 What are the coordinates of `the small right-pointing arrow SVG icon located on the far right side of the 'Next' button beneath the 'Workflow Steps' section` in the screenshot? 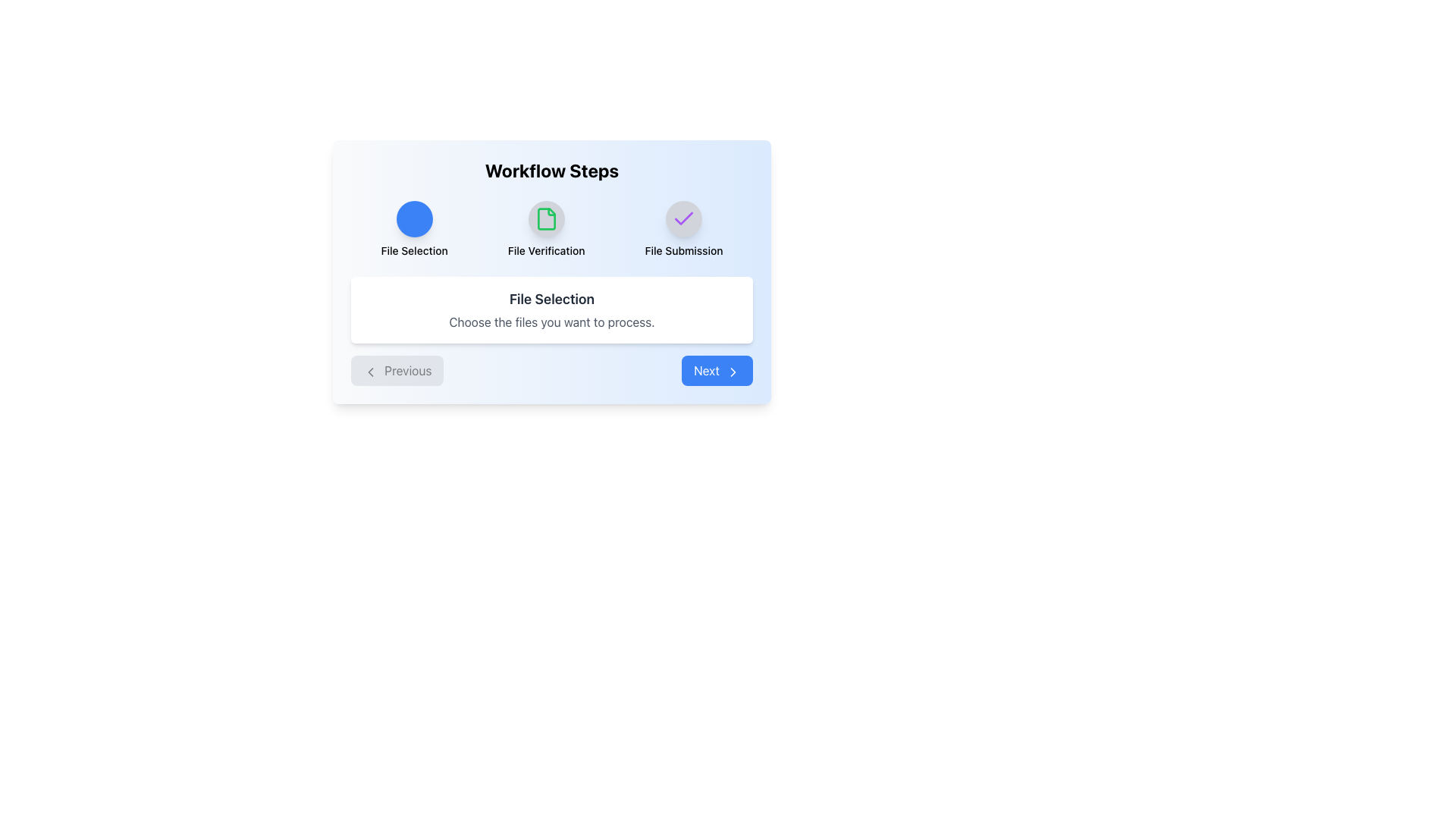 It's located at (733, 371).